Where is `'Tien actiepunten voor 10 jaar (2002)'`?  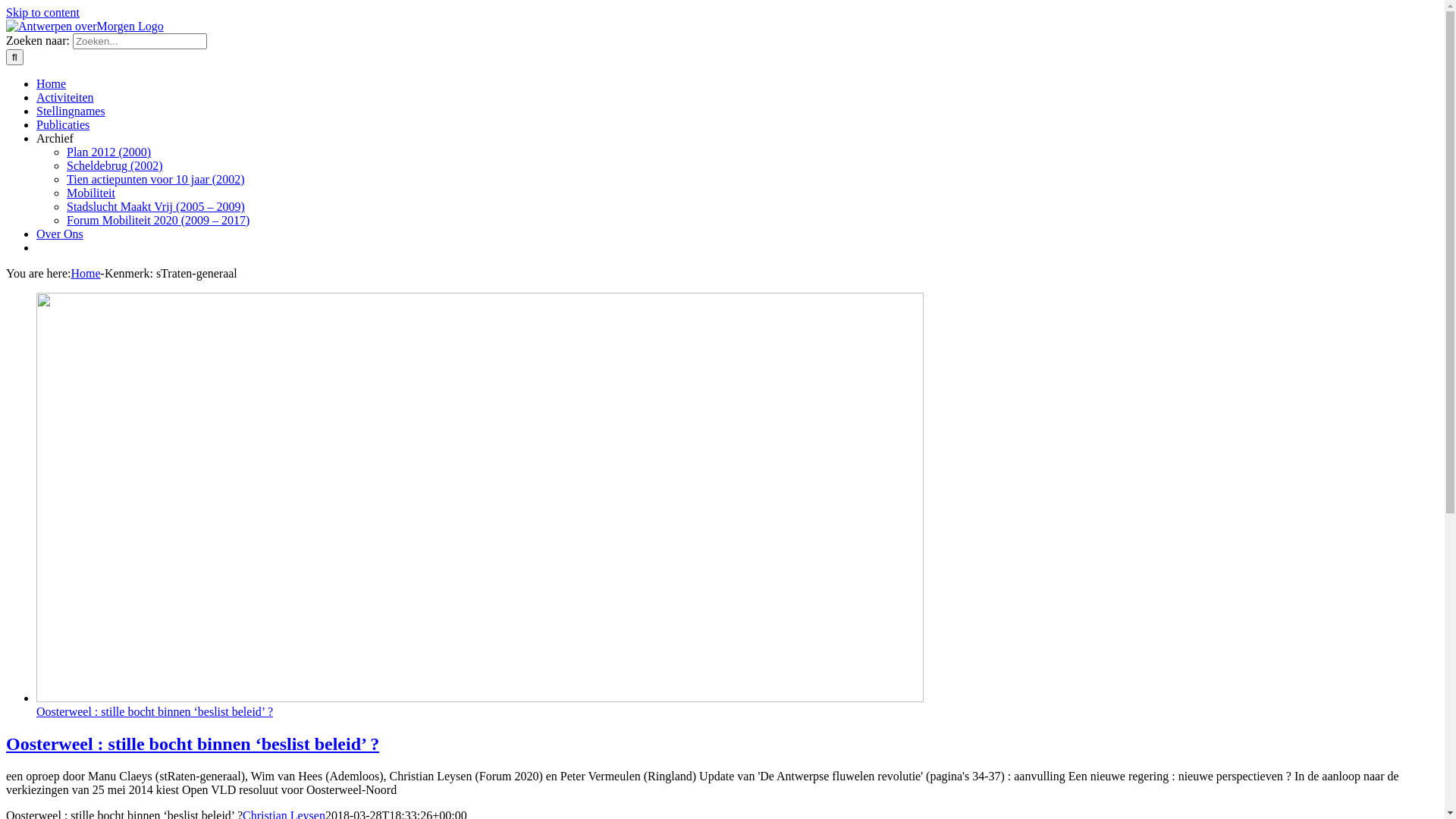 'Tien actiepunten voor 10 jaar (2002)' is located at coordinates (155, 178).